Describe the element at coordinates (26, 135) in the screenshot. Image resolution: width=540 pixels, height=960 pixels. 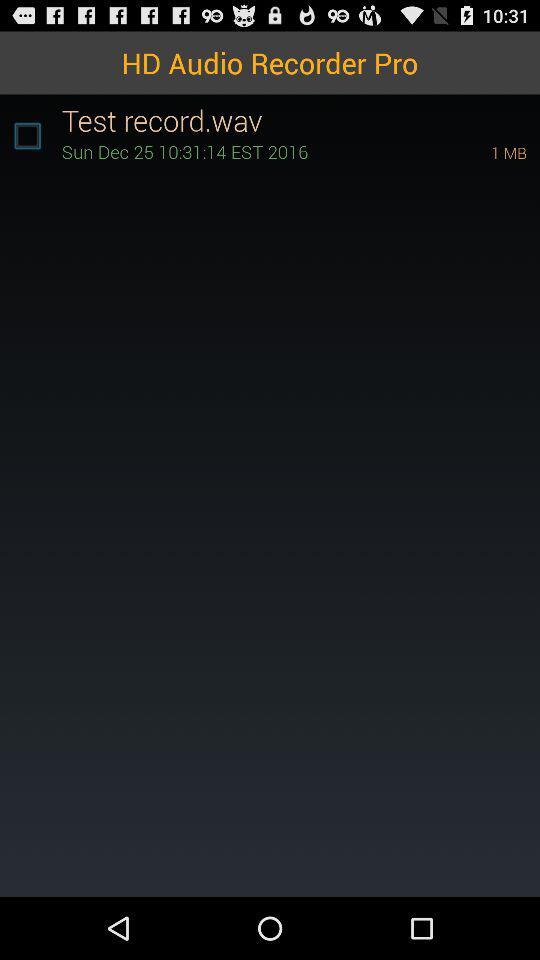
I see `the icon next to test record.wav item` at that location.